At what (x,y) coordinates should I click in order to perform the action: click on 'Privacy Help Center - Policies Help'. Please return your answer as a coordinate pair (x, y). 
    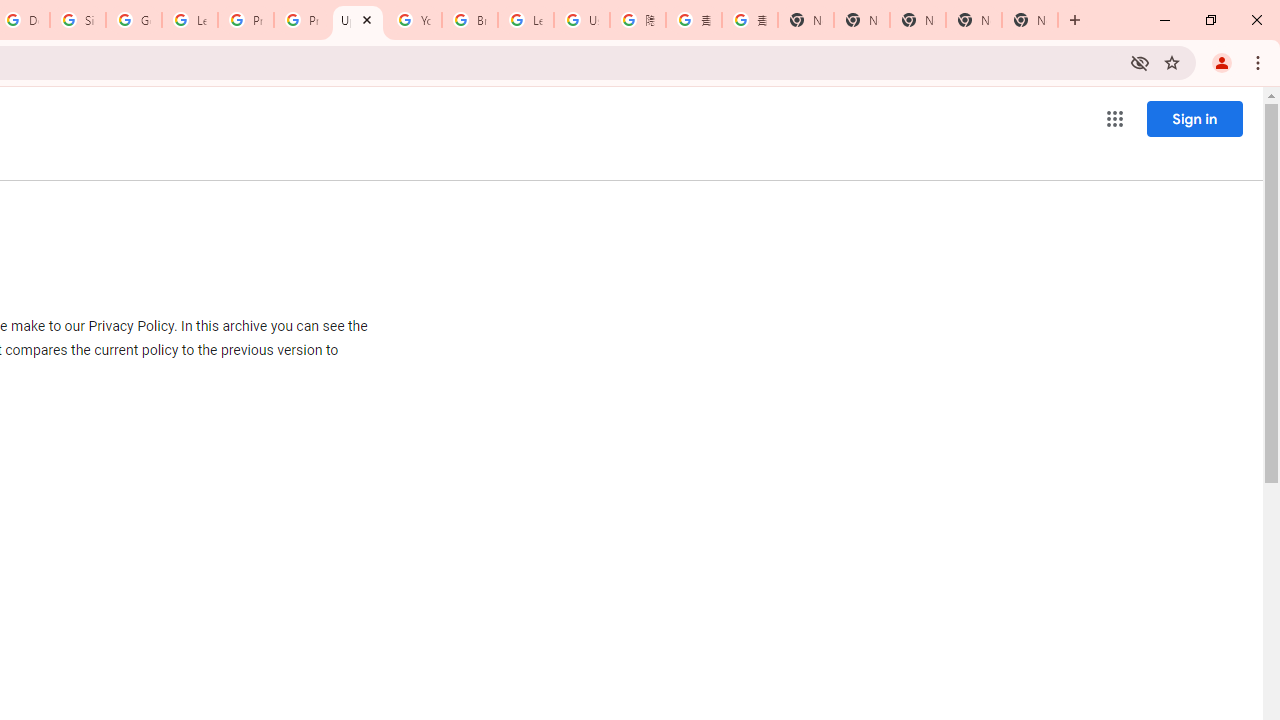
    Looking at the image, I should click on (301, 20).